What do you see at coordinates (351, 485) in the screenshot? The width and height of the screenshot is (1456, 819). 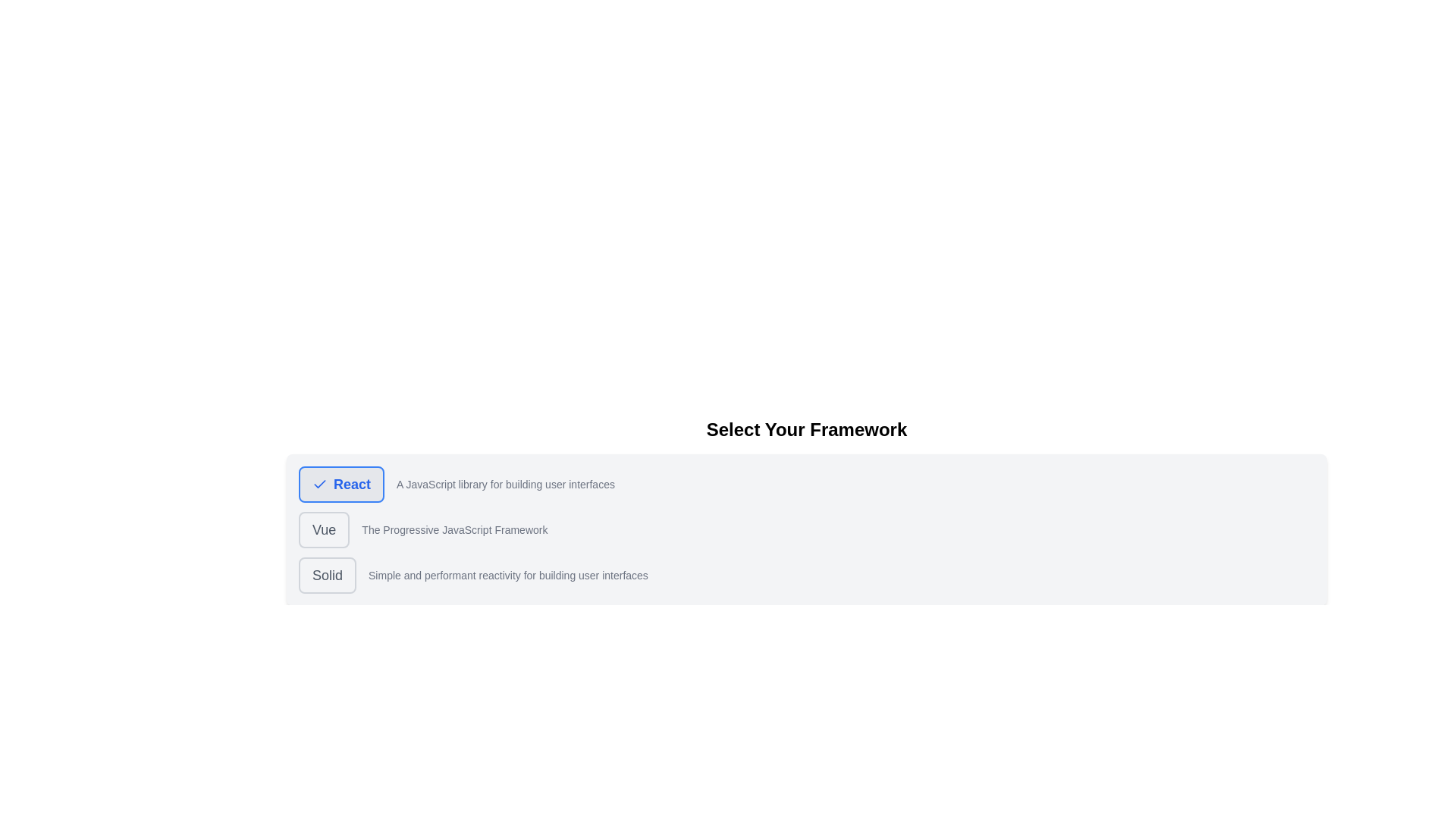 I see `the interactive button containing the text label 'React'` at bounding box center [351, 485].